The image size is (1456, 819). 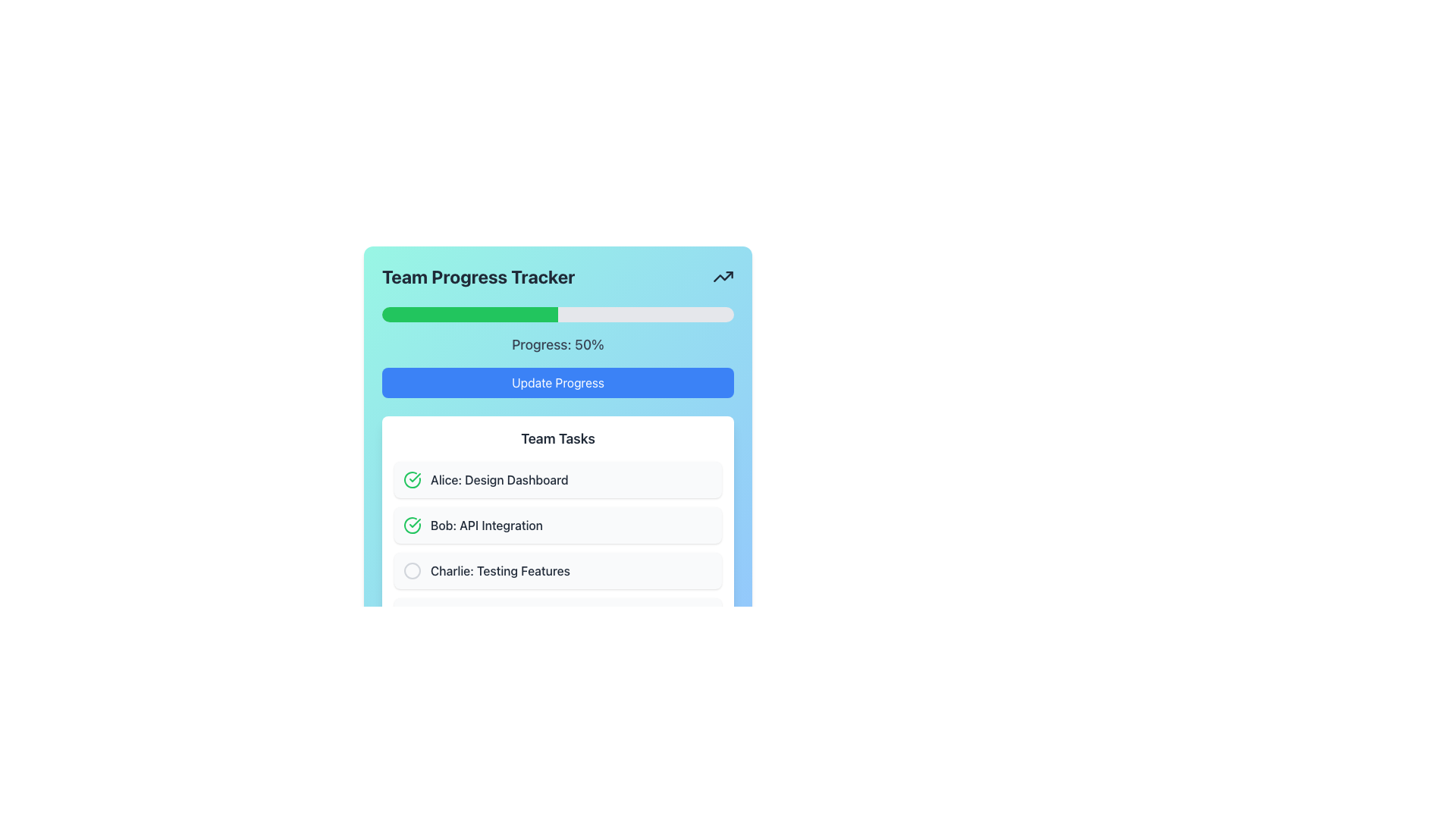 I want to click on the header text label that identifies the purpose of the section or application, indicating a tracker for team progress, so click(x=478, y=277).